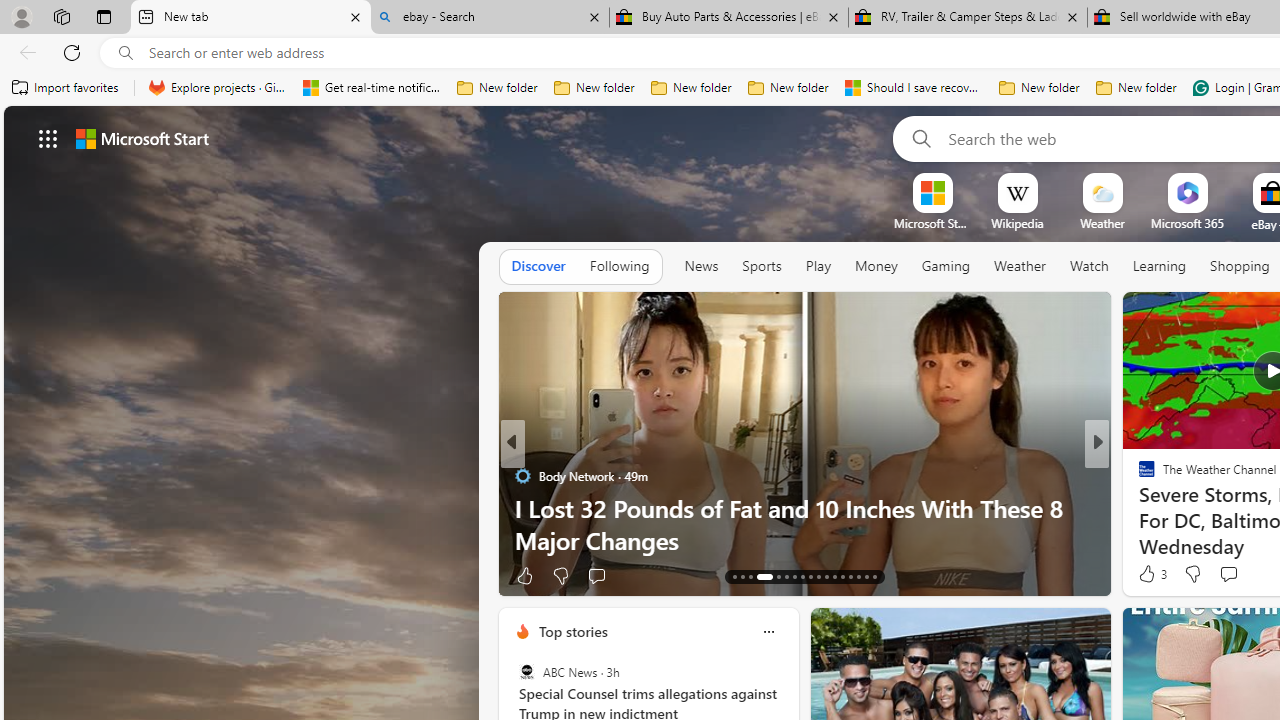  I want to click on 'Ad', so click(1142, 576).